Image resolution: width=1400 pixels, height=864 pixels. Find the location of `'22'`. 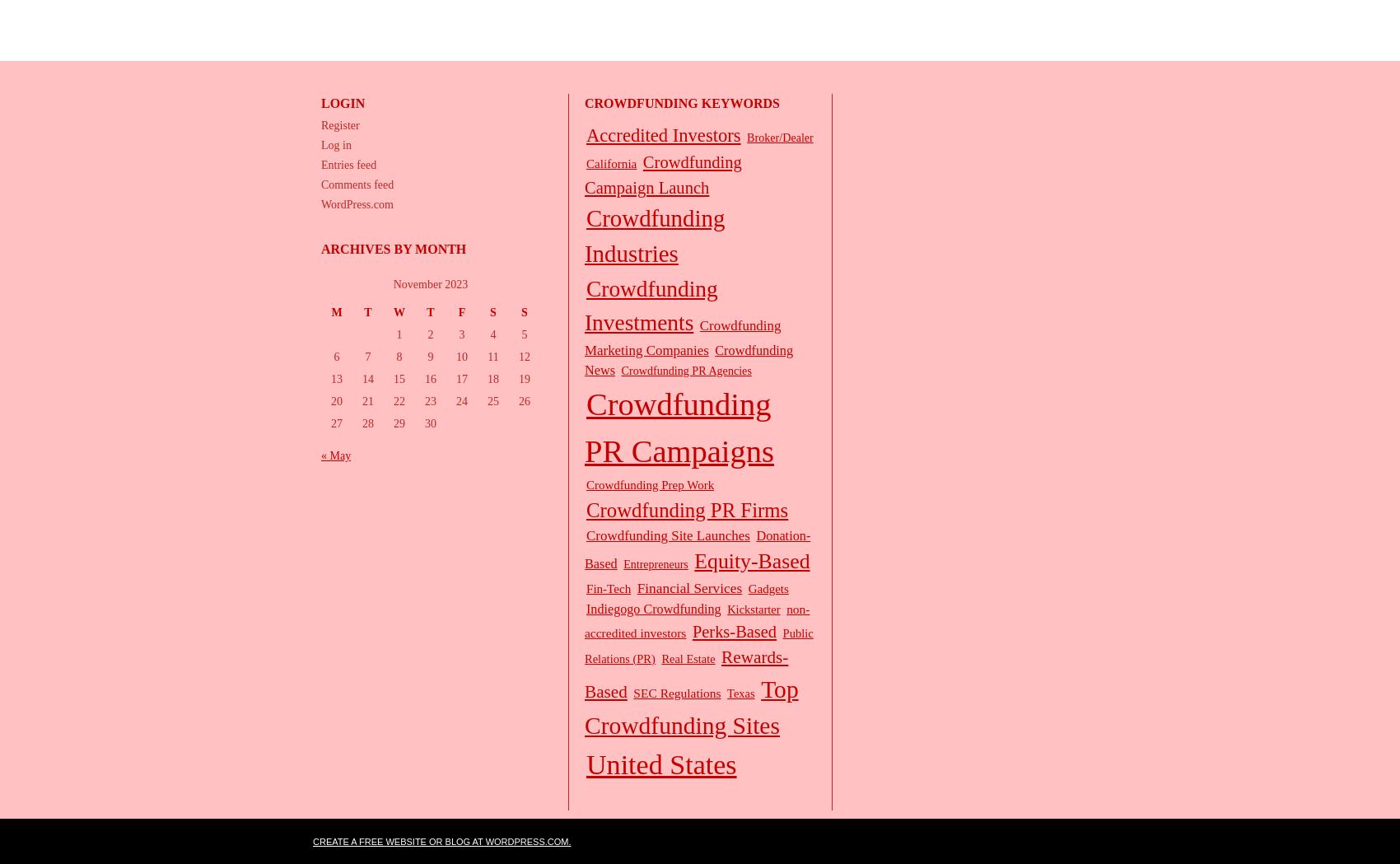

'22' is located at coordinates (399, 400).